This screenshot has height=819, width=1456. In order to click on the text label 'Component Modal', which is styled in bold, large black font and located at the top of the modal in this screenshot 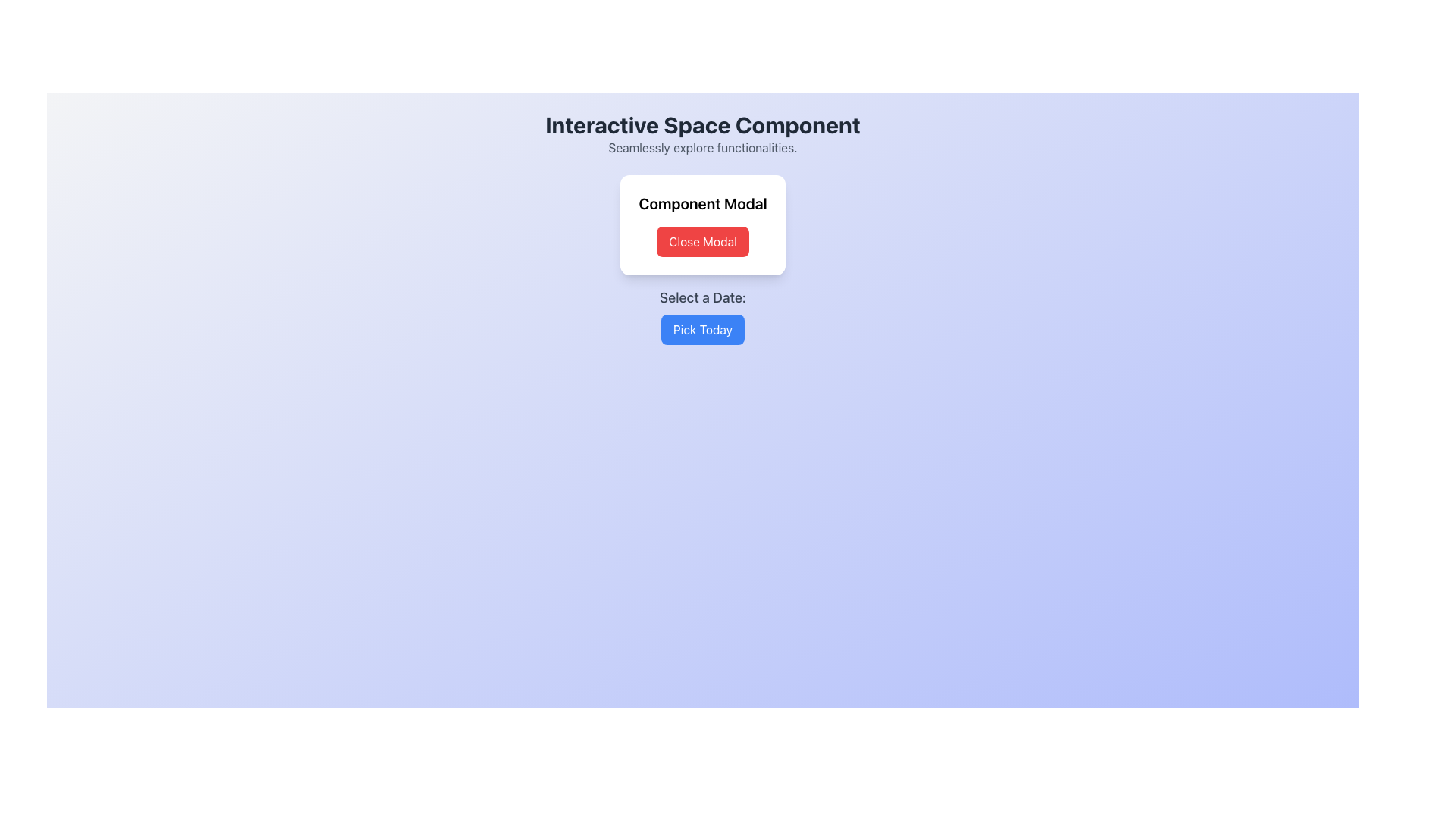, I will do `click(701, 203)`.